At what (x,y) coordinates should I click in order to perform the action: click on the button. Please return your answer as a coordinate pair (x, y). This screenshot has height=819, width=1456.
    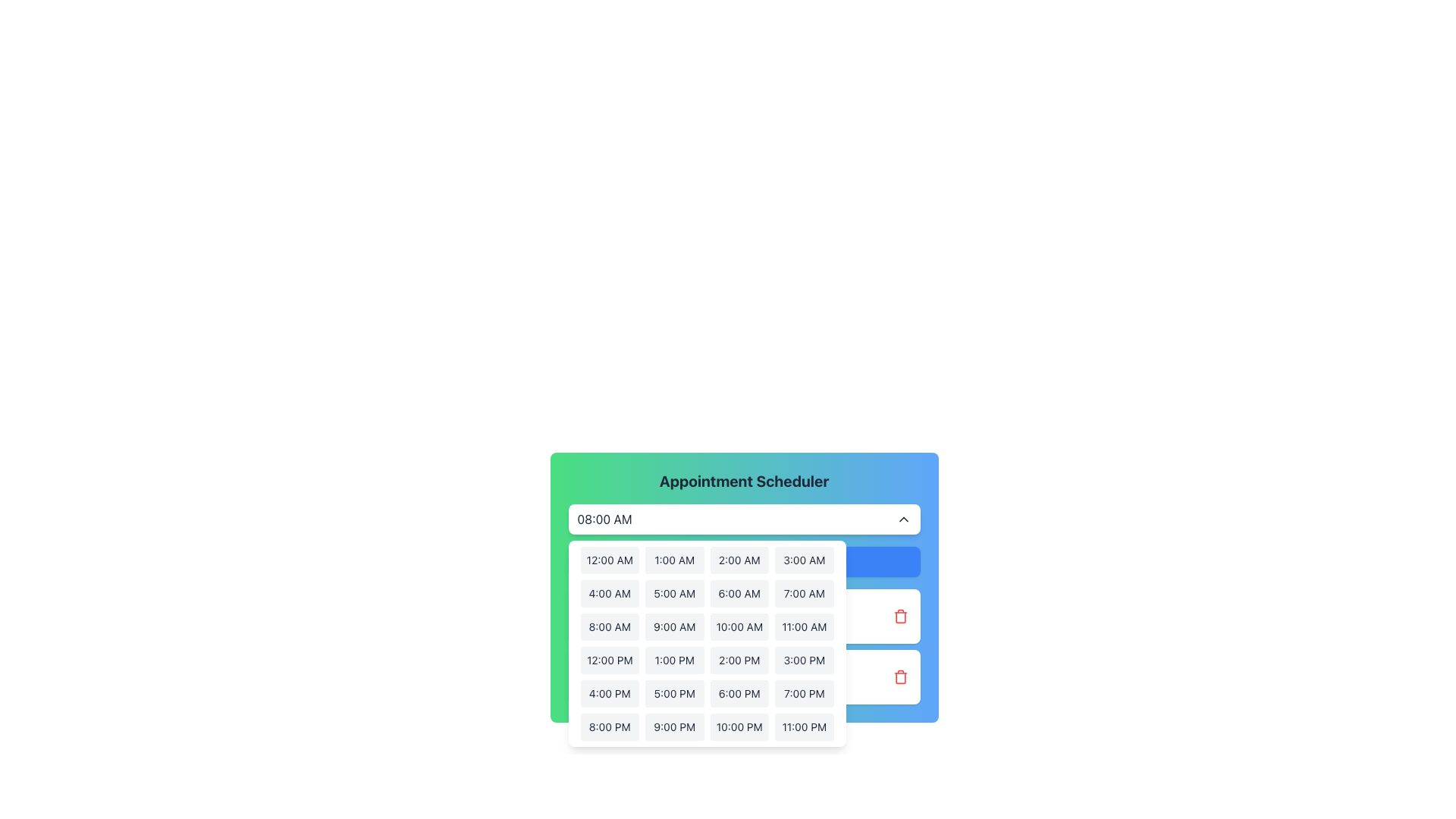
    Looking at the image, I should click on (673, 726).